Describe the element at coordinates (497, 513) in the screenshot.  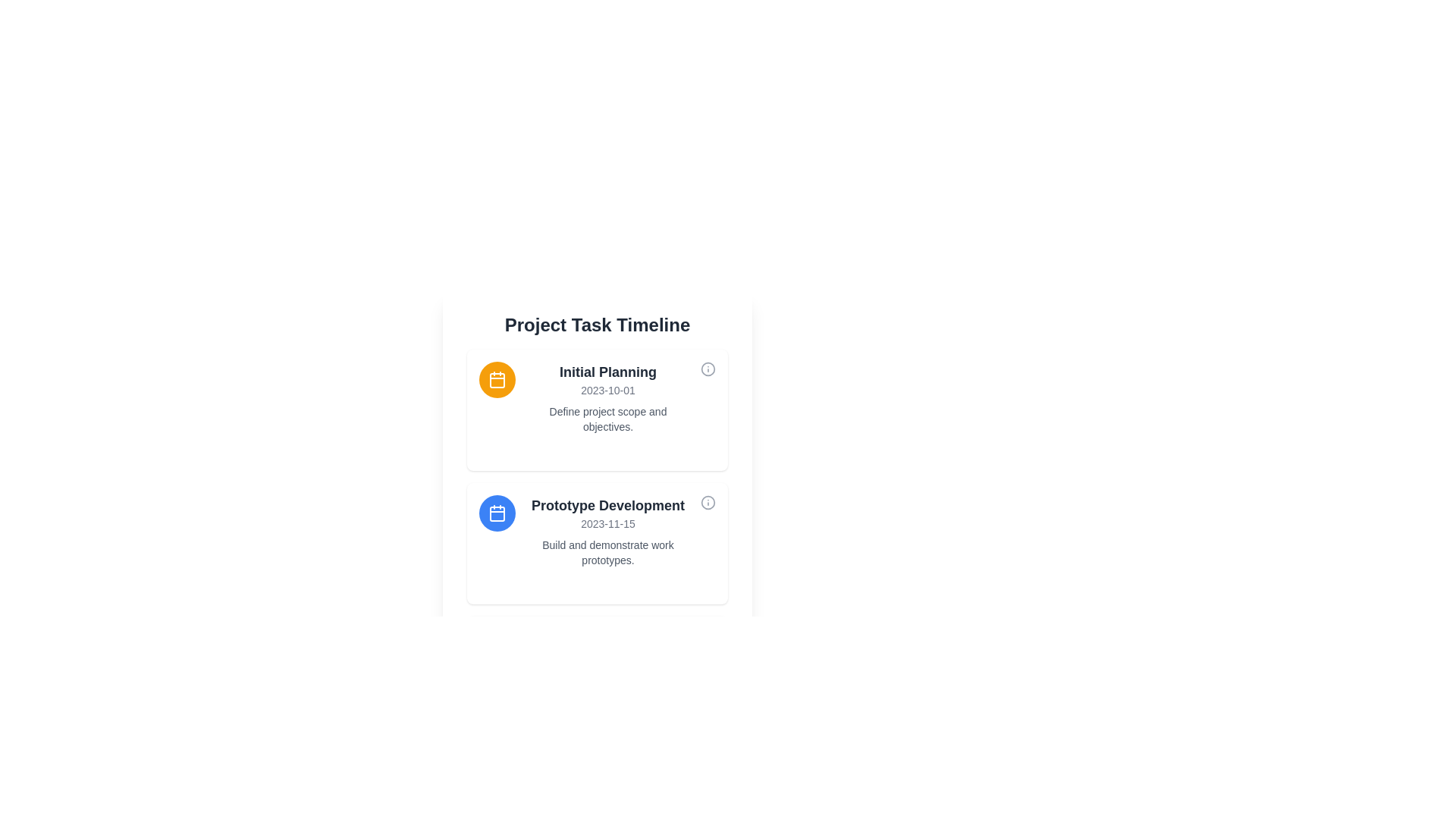
I see `the calendar icon component located to the left of the task named 'Prototype Development'` at that location.